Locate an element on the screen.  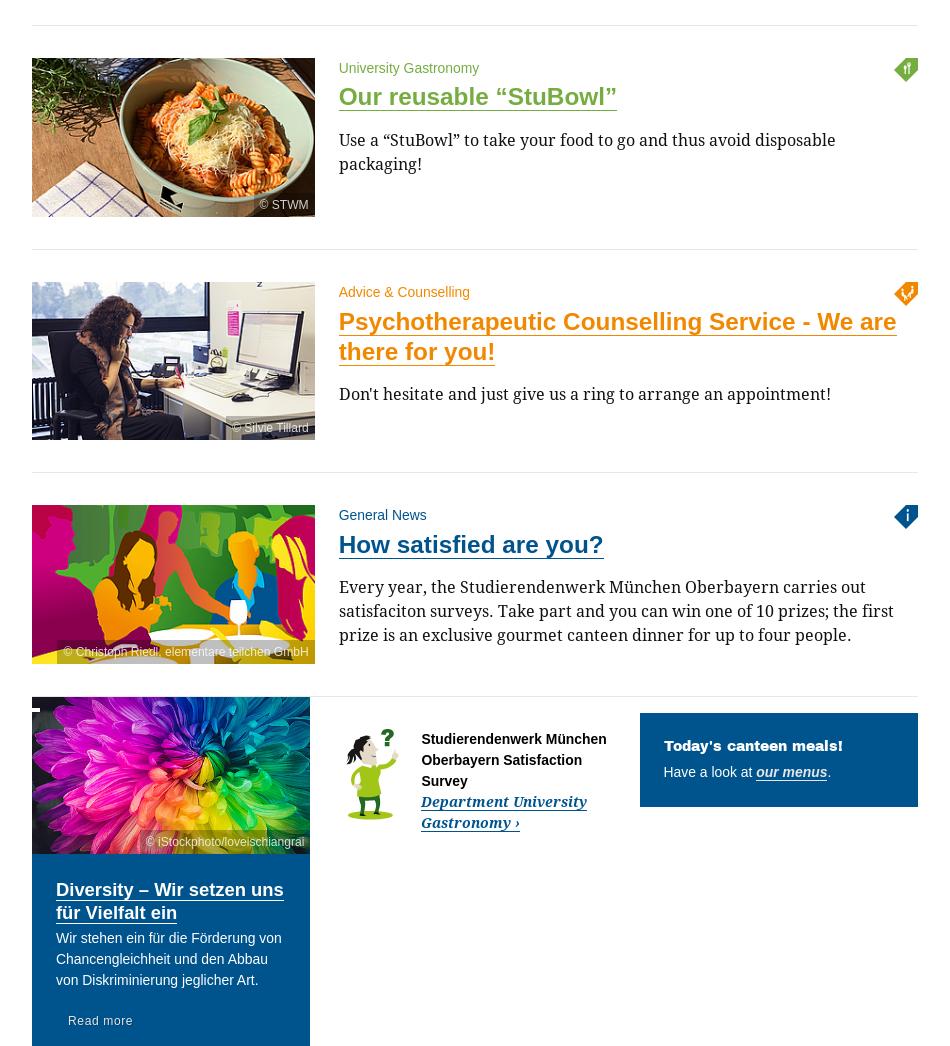
'© Christoph Riedl, elementare teilchen GmbH' is located at coordinates (62, 650).